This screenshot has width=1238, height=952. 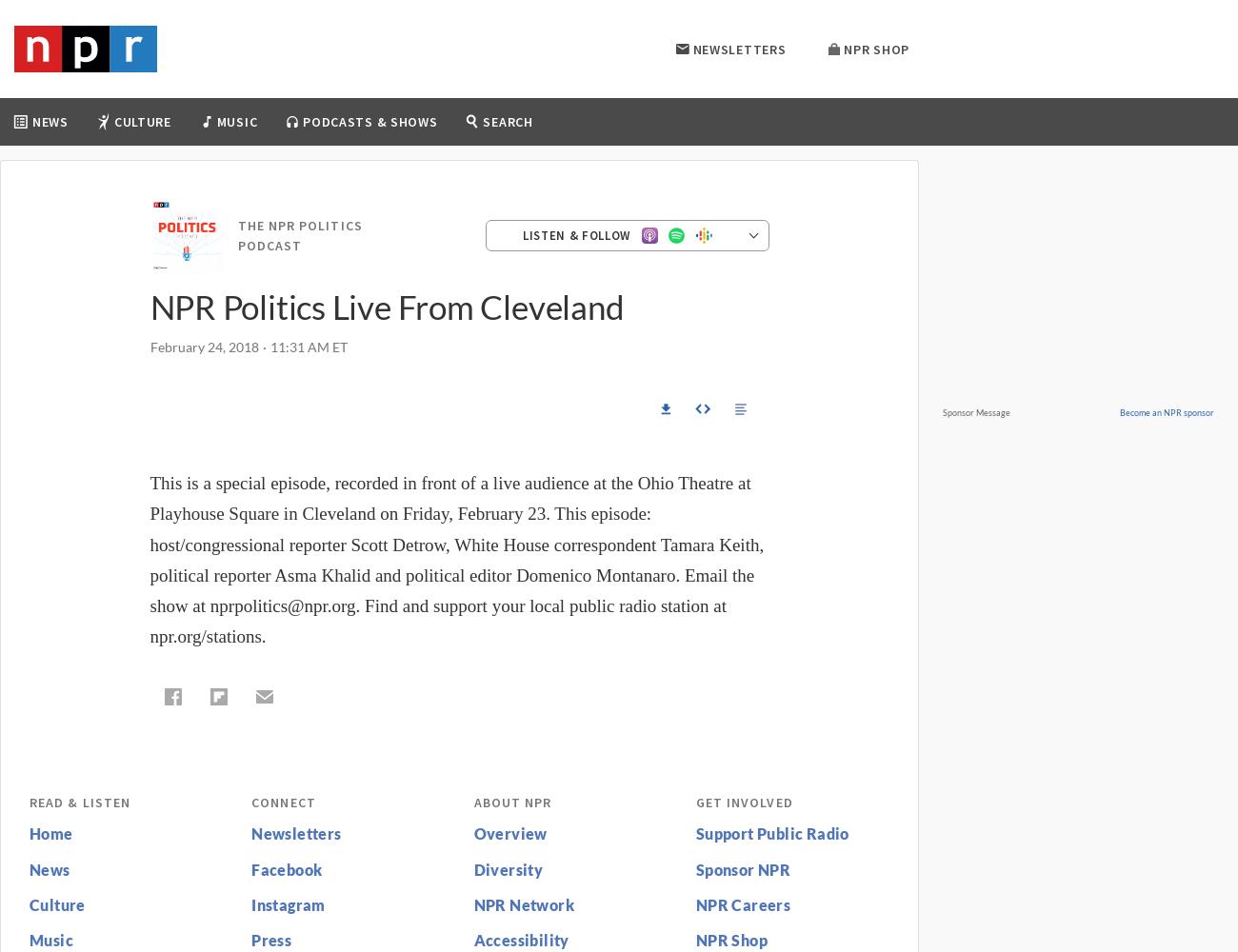 I want to click on 'NPR Politics Live From Cleveland', so click(x=386, y=306).